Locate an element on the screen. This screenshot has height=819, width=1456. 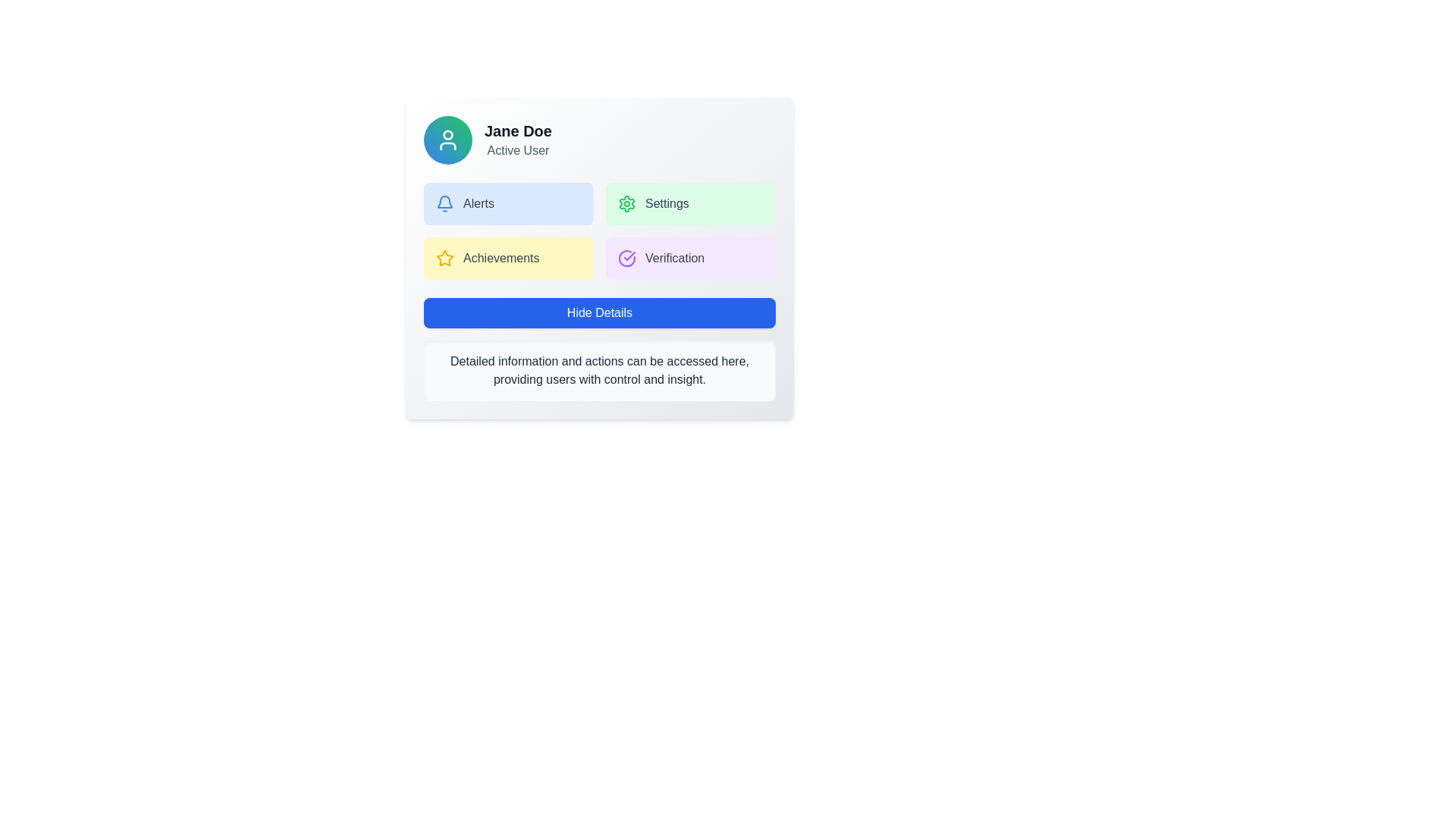
the blue bell icon representing notifications, located adjacent to the 'Alerts' label is located at coordinates (444, 201).